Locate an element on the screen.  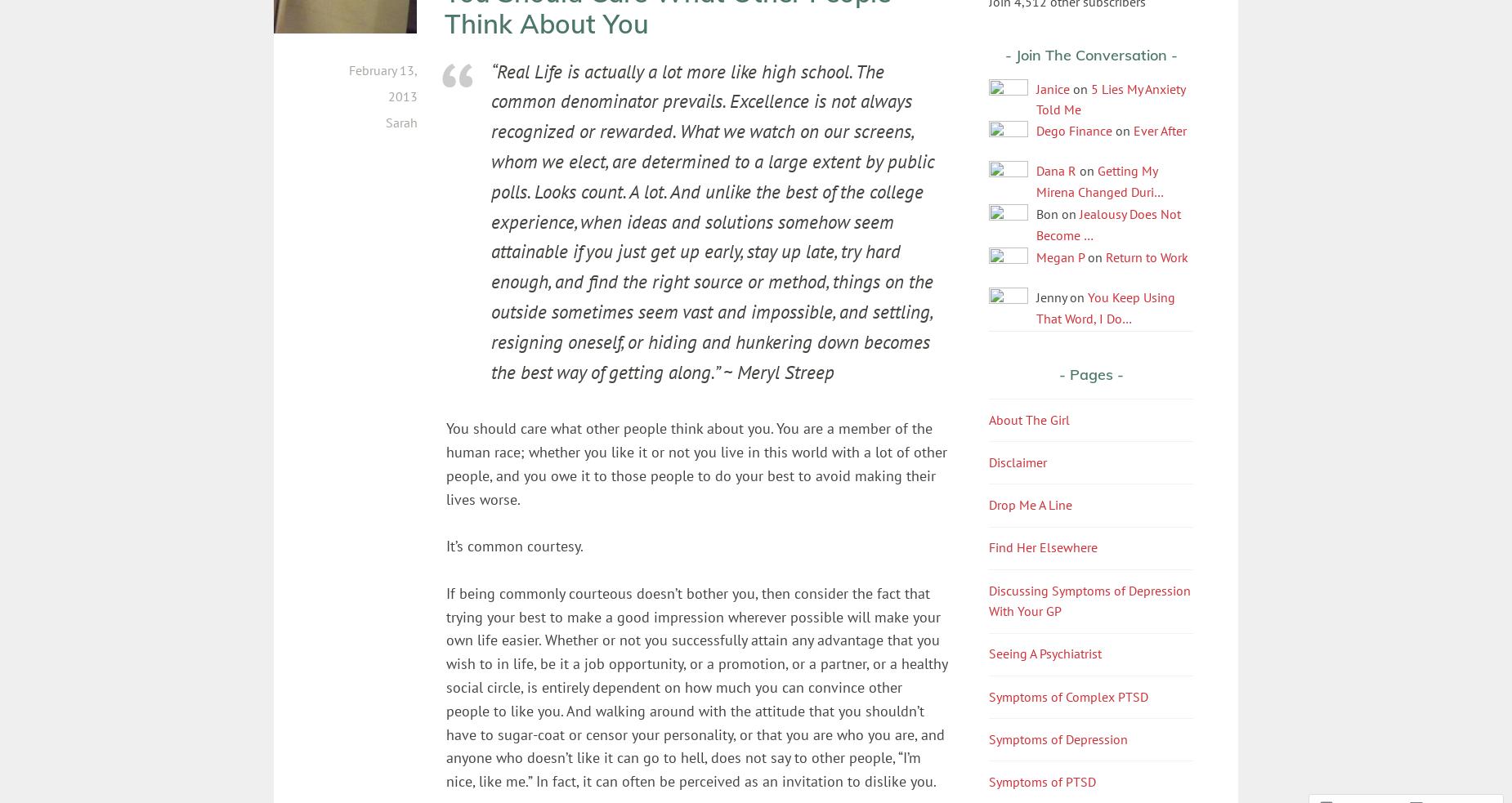
'Jenny on' is located at coordinates (1061, 297).